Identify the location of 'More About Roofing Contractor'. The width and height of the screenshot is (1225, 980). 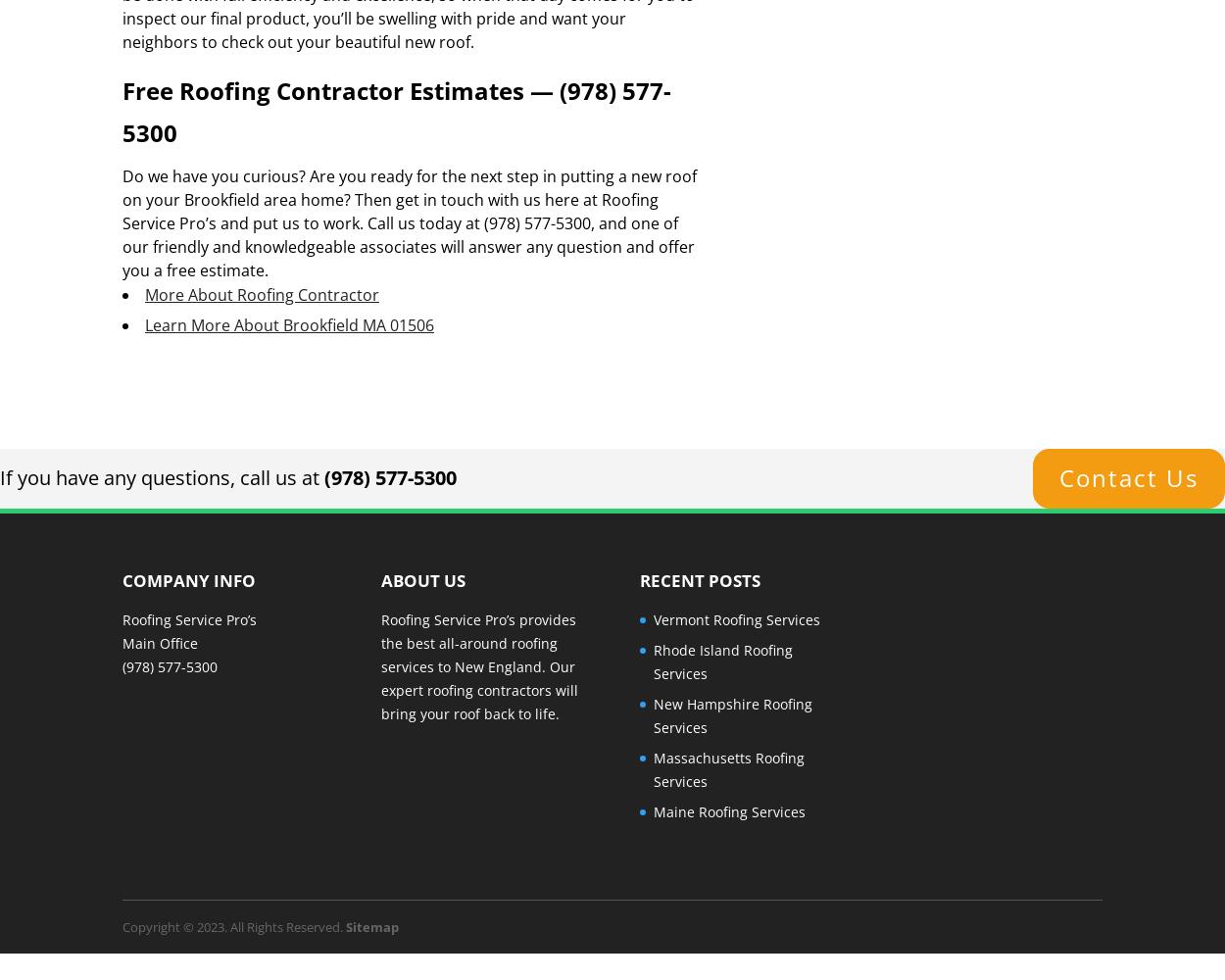
(262, 294).